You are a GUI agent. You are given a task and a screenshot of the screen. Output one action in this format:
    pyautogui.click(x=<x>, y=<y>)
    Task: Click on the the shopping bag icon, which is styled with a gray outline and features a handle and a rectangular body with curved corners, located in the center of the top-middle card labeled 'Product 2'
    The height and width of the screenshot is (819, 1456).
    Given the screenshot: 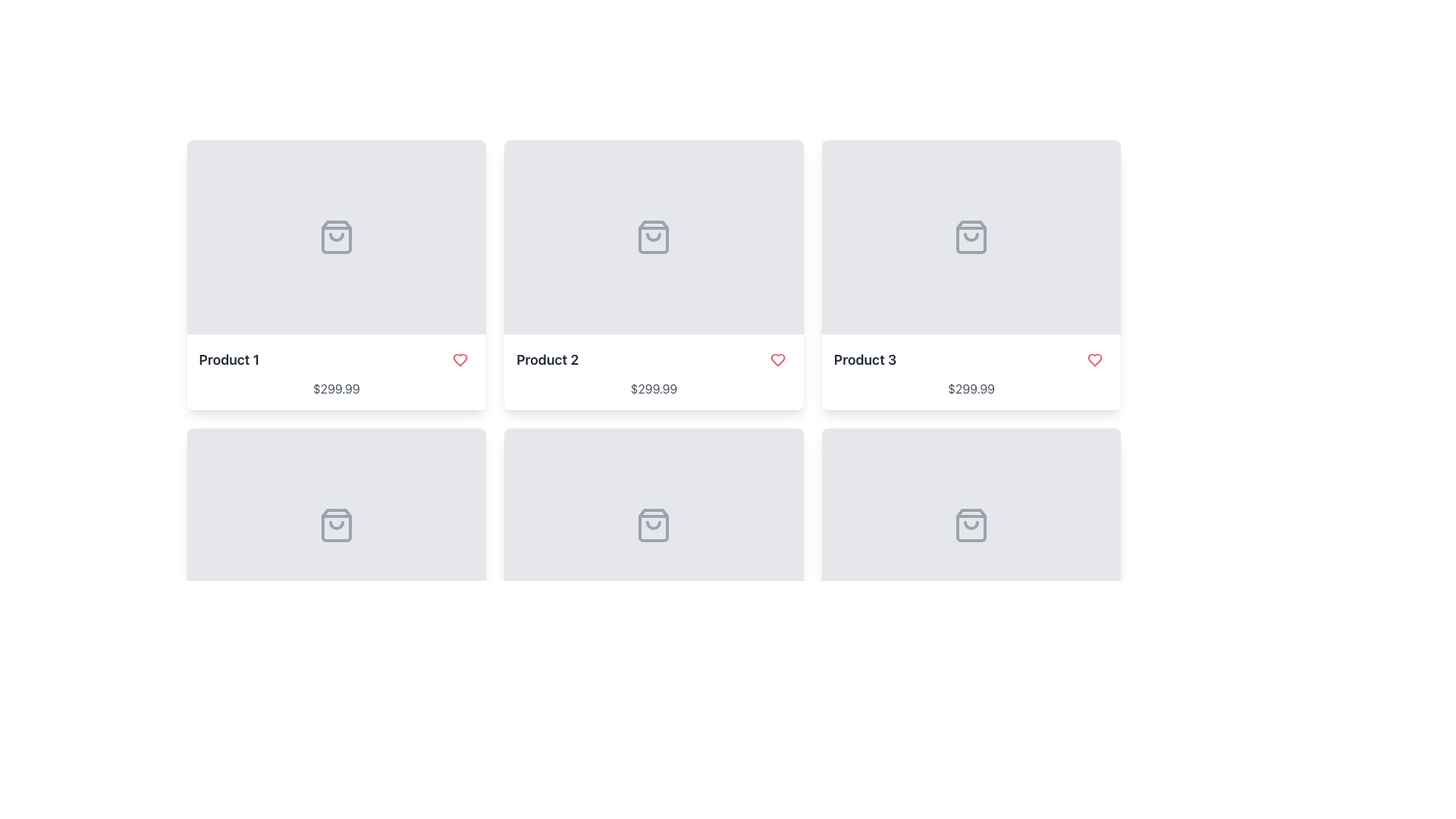 What is the action you would take?
    pyautogui.click(x=654, y=237)
    